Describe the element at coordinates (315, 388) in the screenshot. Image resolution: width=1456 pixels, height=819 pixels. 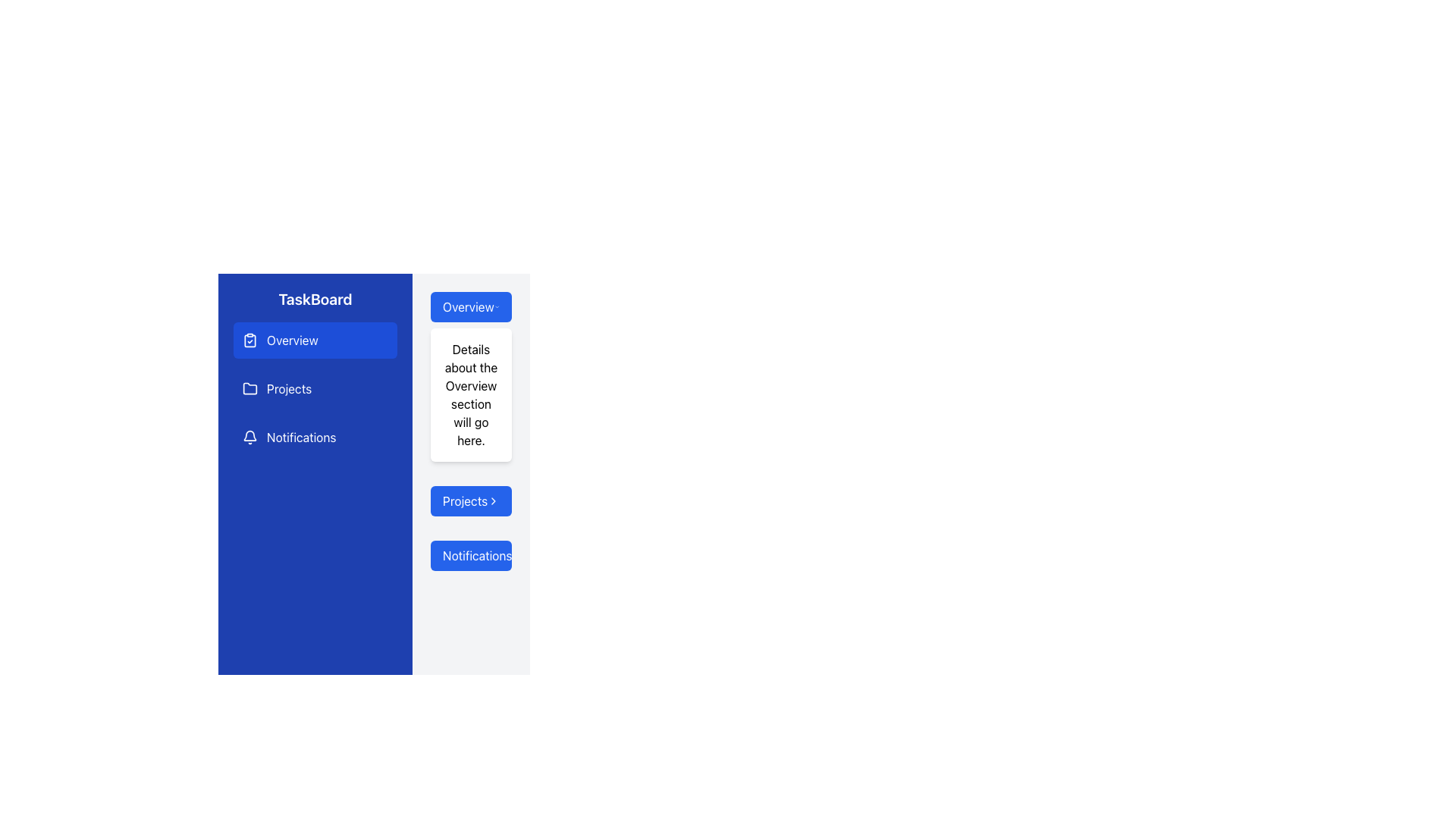
I see `the 'Projects' navigation menu item located in the left-side panel of the interface to trigger the hover effect` at that location.